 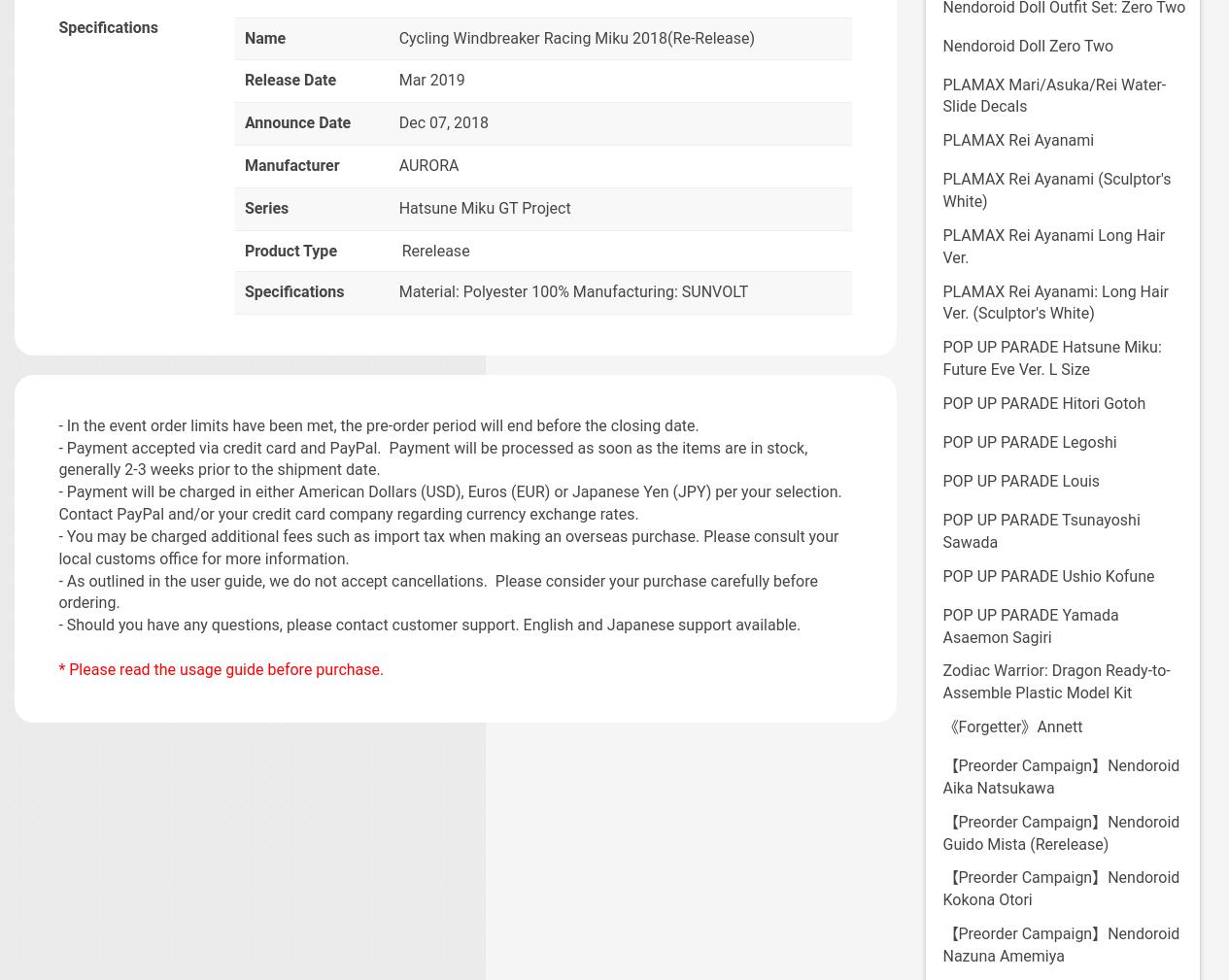 What do you see at coordinates (290, 164) in the screenshot?
I see `'Manufacturer'` at bounding box center [290, 164].